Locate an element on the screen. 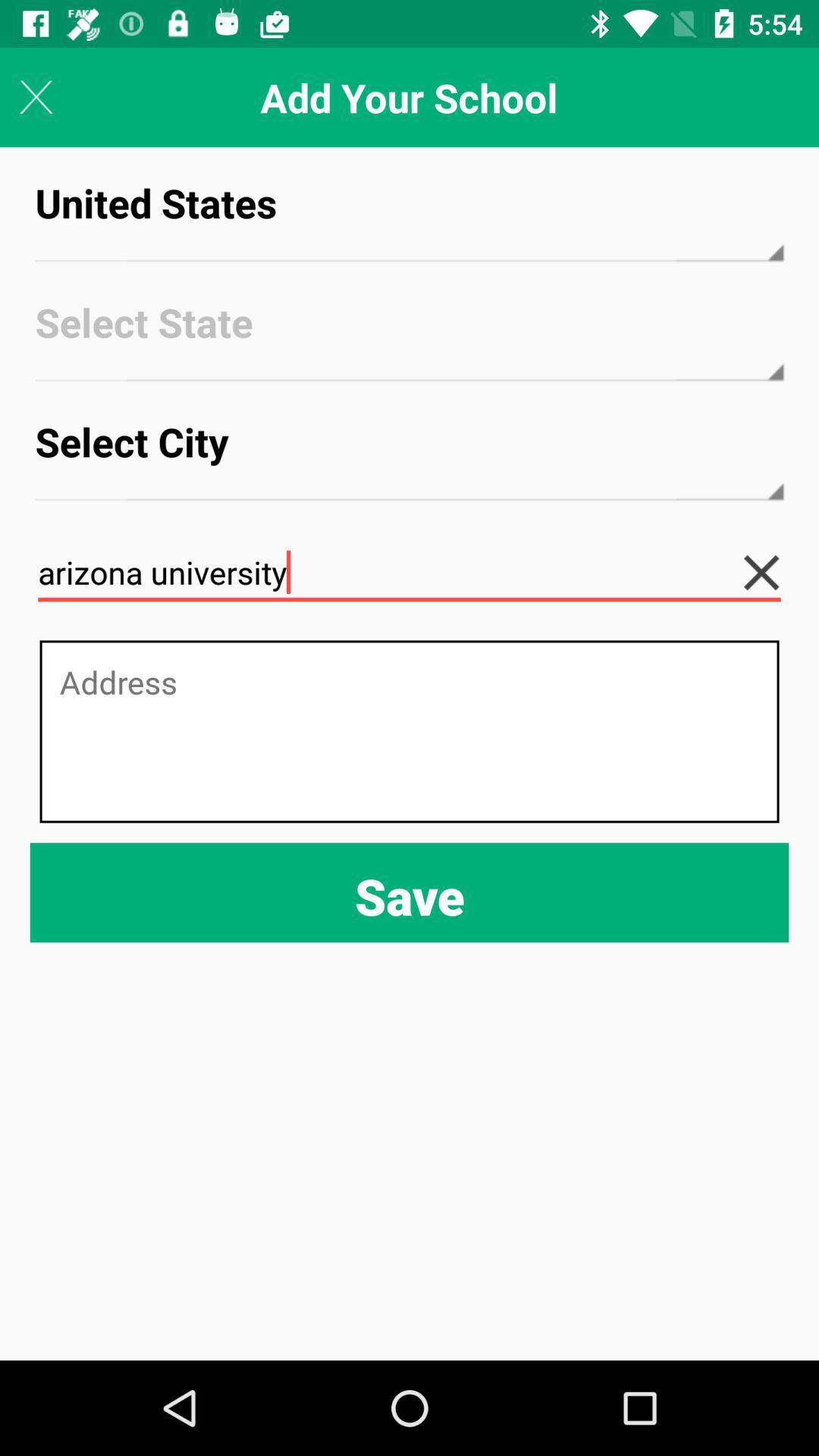 The image size is (819, 1456). the icon above select state is located at coordinates (409, 216).